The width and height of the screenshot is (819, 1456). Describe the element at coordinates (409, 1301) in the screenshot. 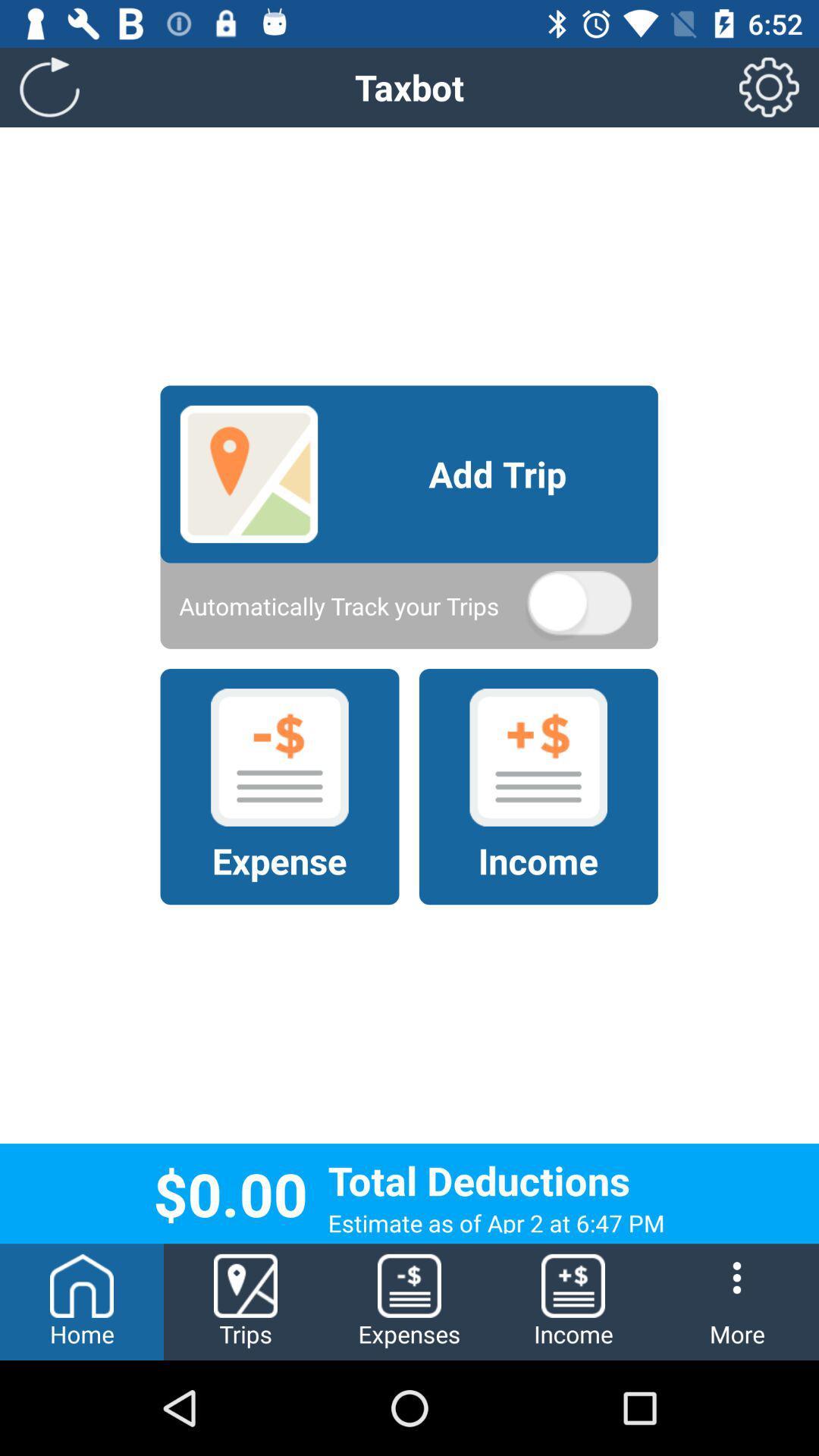

I see `the icon next to the income item` at that location.